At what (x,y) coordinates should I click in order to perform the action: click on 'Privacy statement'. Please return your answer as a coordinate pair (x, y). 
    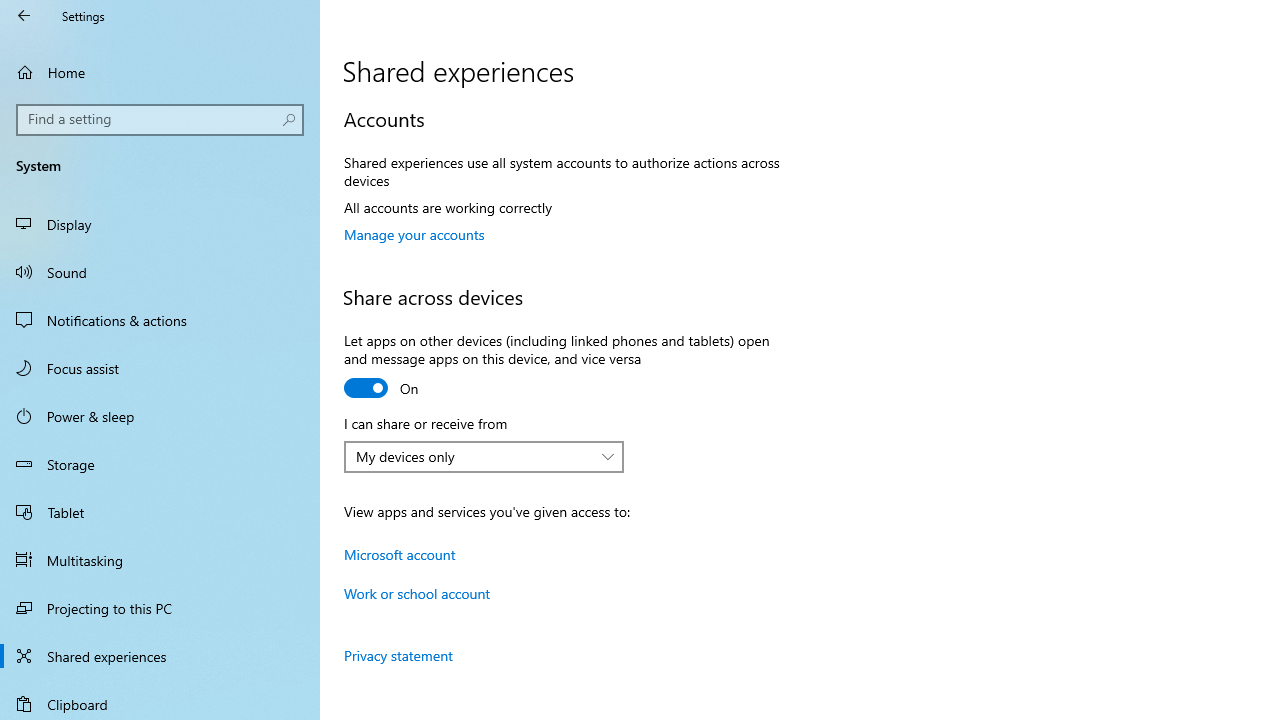
    Looking at the image, I should click on (398, 655).